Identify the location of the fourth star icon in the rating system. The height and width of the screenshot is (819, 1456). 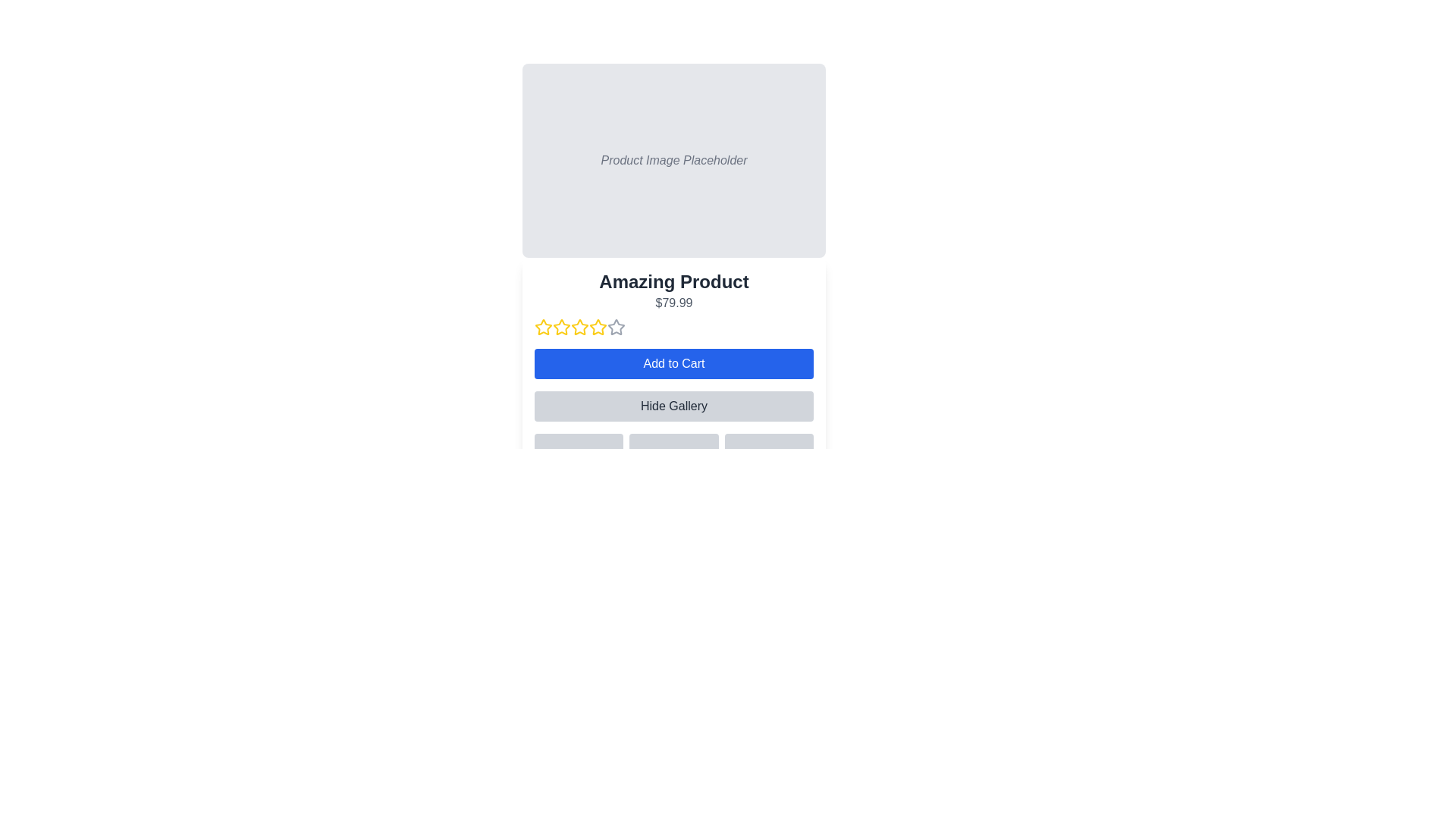
(579, 327).